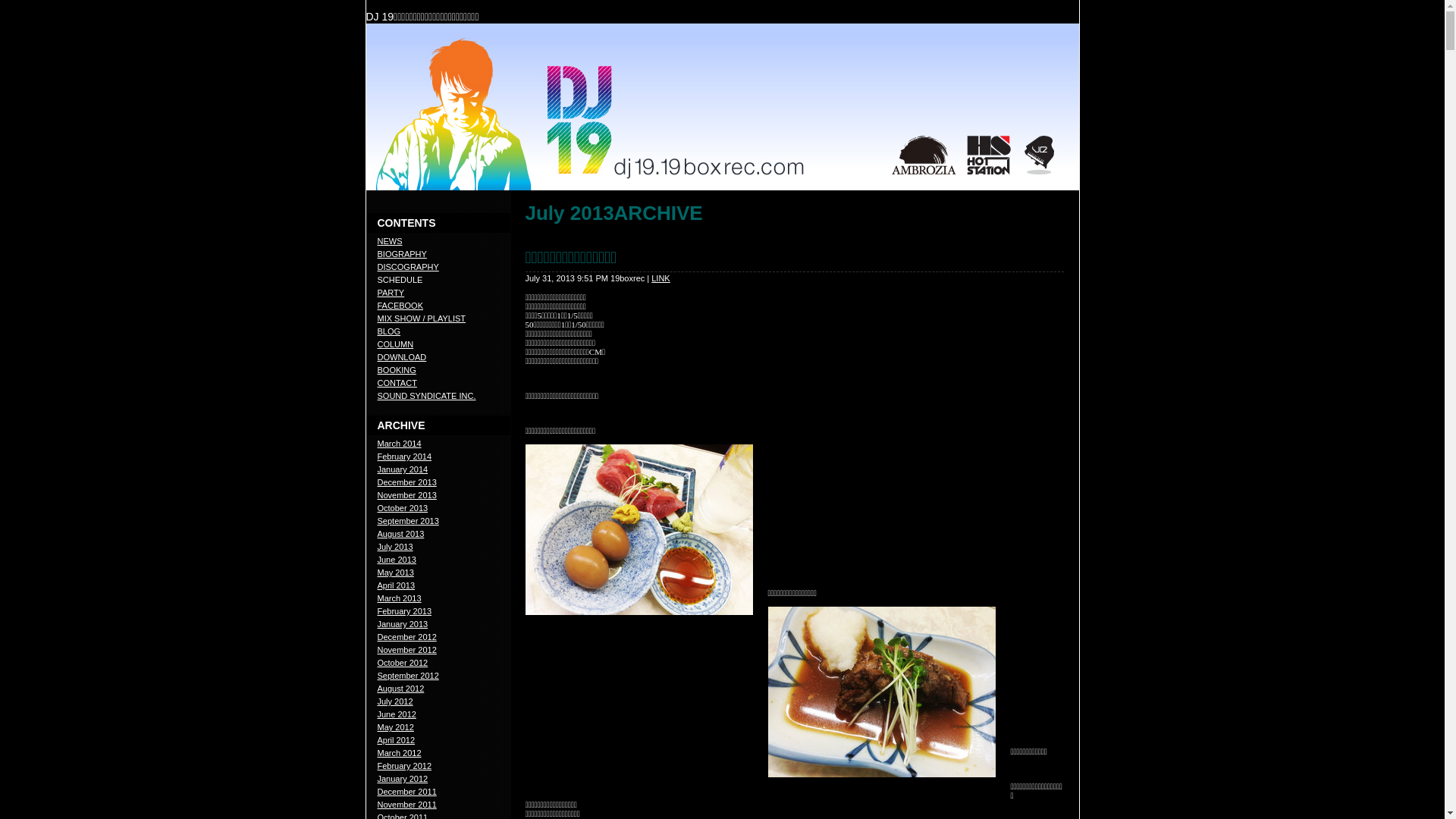 The image size is (1456, 819). I want to click on 'DISCOGRAPHY', so click(408, 265).